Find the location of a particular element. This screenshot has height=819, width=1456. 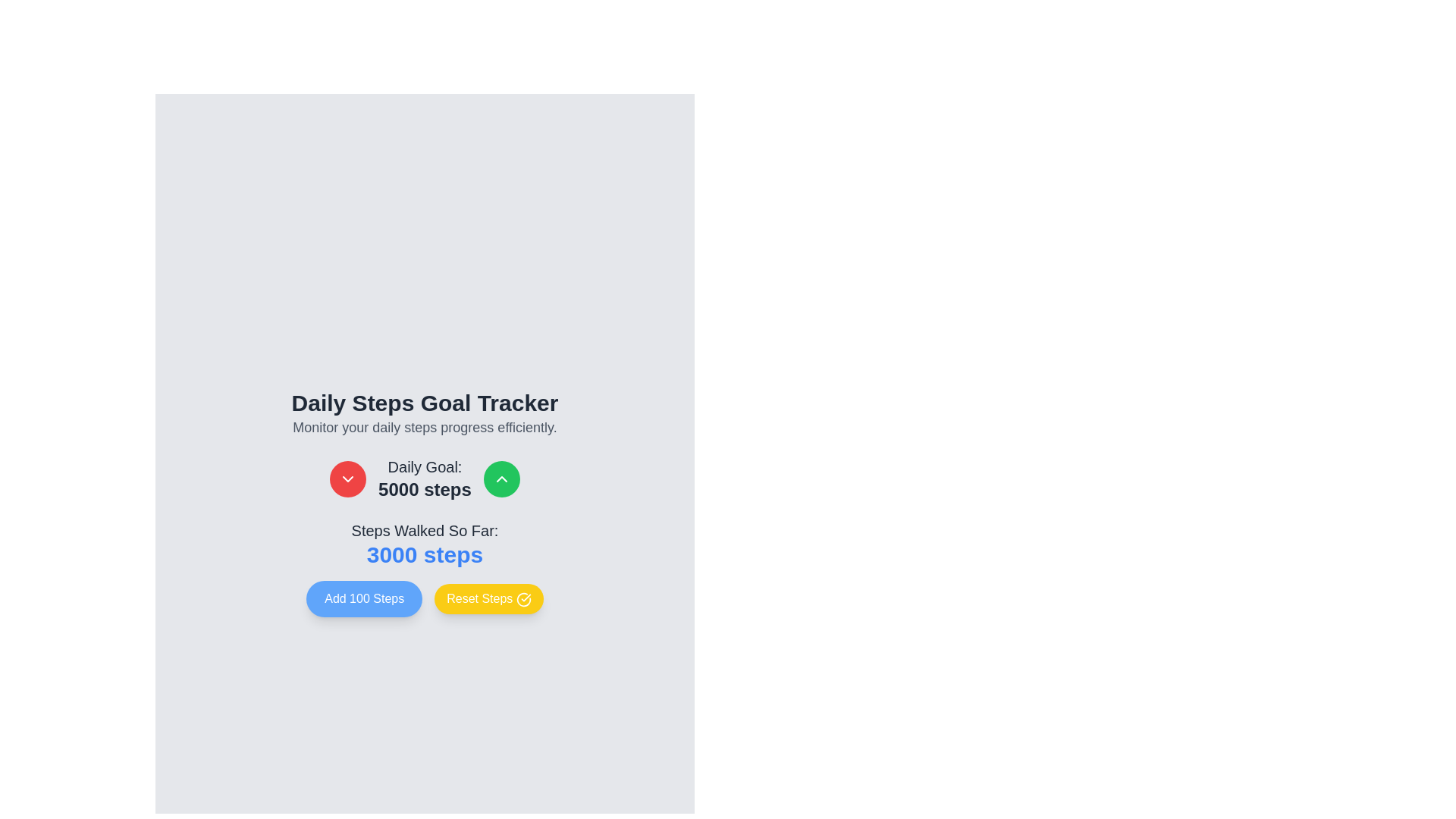

the circular icon graphic in the lower-right part of the interface, which is part of the 'Reset Steps' button is located at coordinates (523, 598).